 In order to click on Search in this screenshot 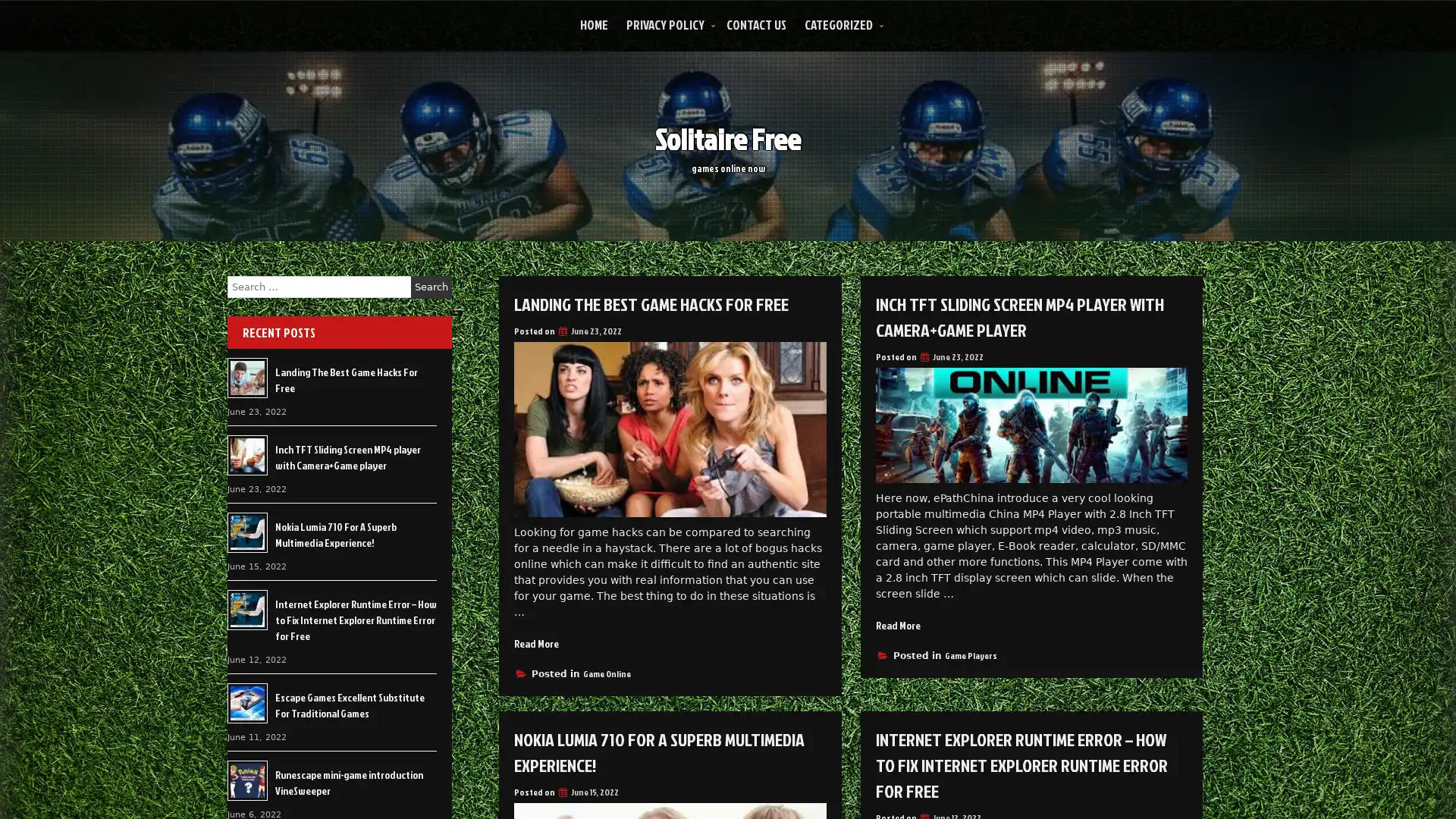, I will do `click(431, 287)`.